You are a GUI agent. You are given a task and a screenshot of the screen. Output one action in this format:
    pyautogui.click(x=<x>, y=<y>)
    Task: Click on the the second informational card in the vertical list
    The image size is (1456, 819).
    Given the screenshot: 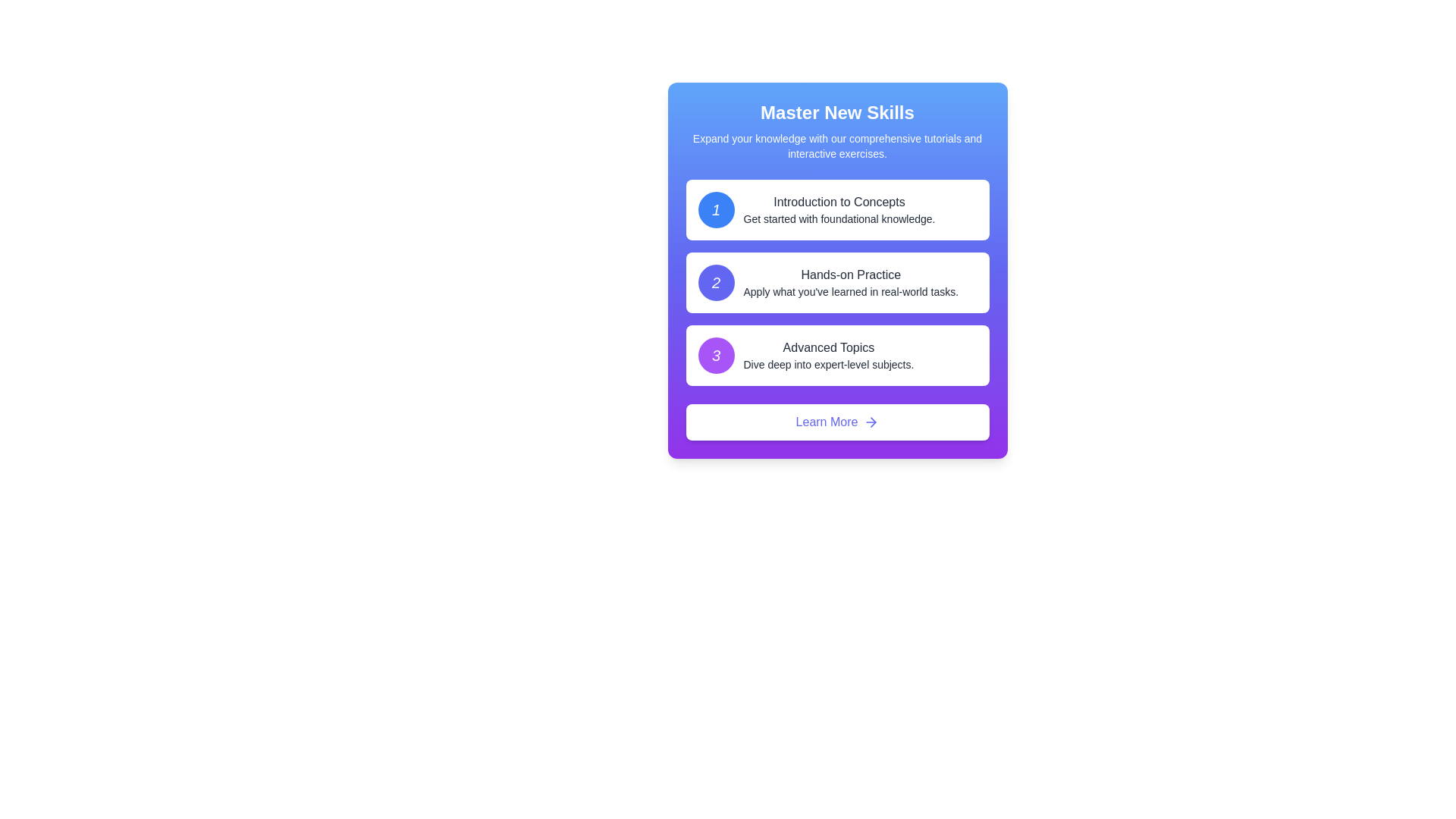 What is the action you would take?
    pyautogui.click(x=836, y=283)
    